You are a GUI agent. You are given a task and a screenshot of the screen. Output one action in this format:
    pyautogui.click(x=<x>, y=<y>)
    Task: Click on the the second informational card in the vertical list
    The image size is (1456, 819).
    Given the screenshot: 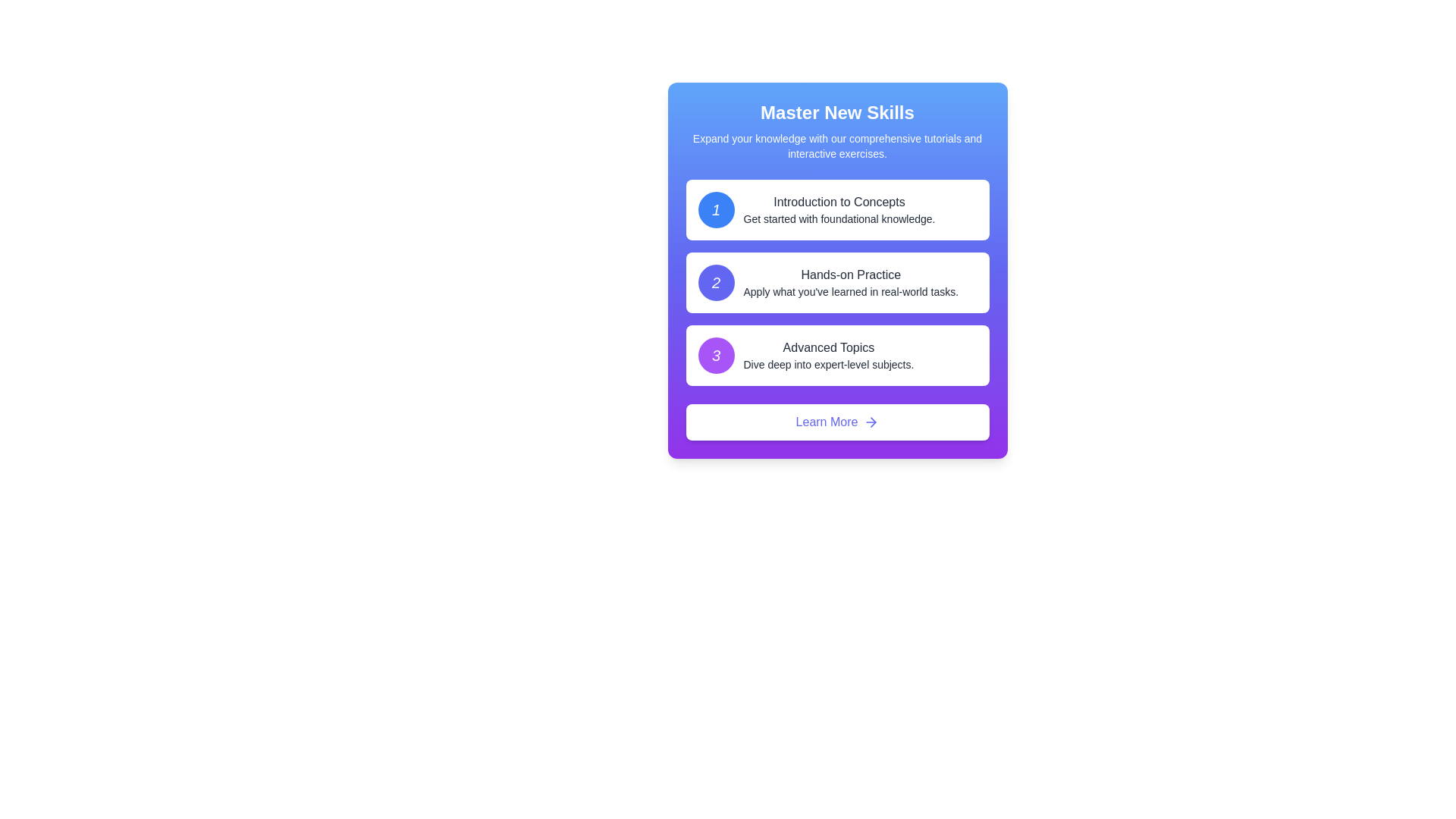 What is the action you would take?
    pyautogui.click(x=836, y=283)
    